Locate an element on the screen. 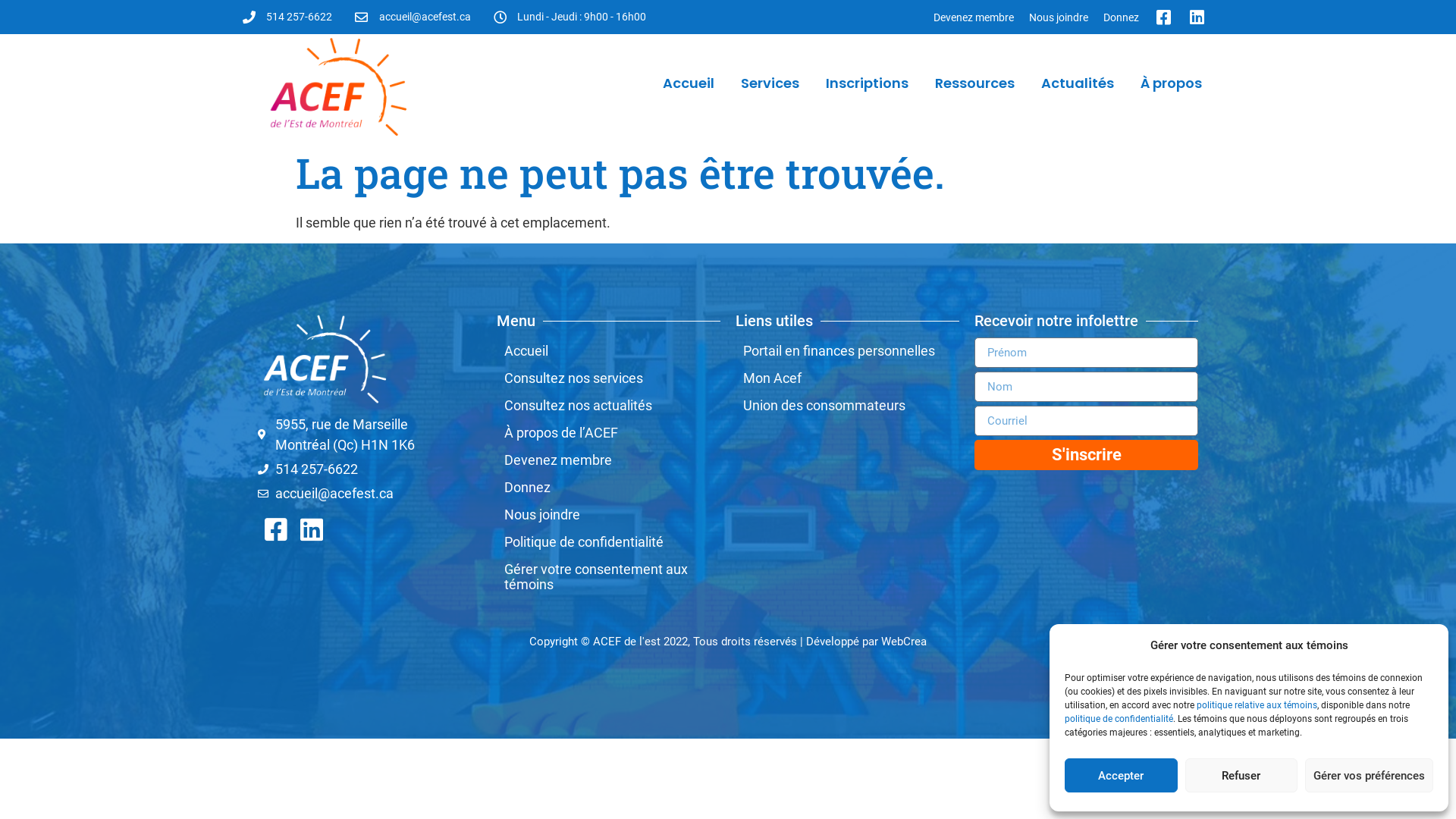 This screenshot has height=819, width=1456. '514 257-6622' is located at coordinates (287, 17).